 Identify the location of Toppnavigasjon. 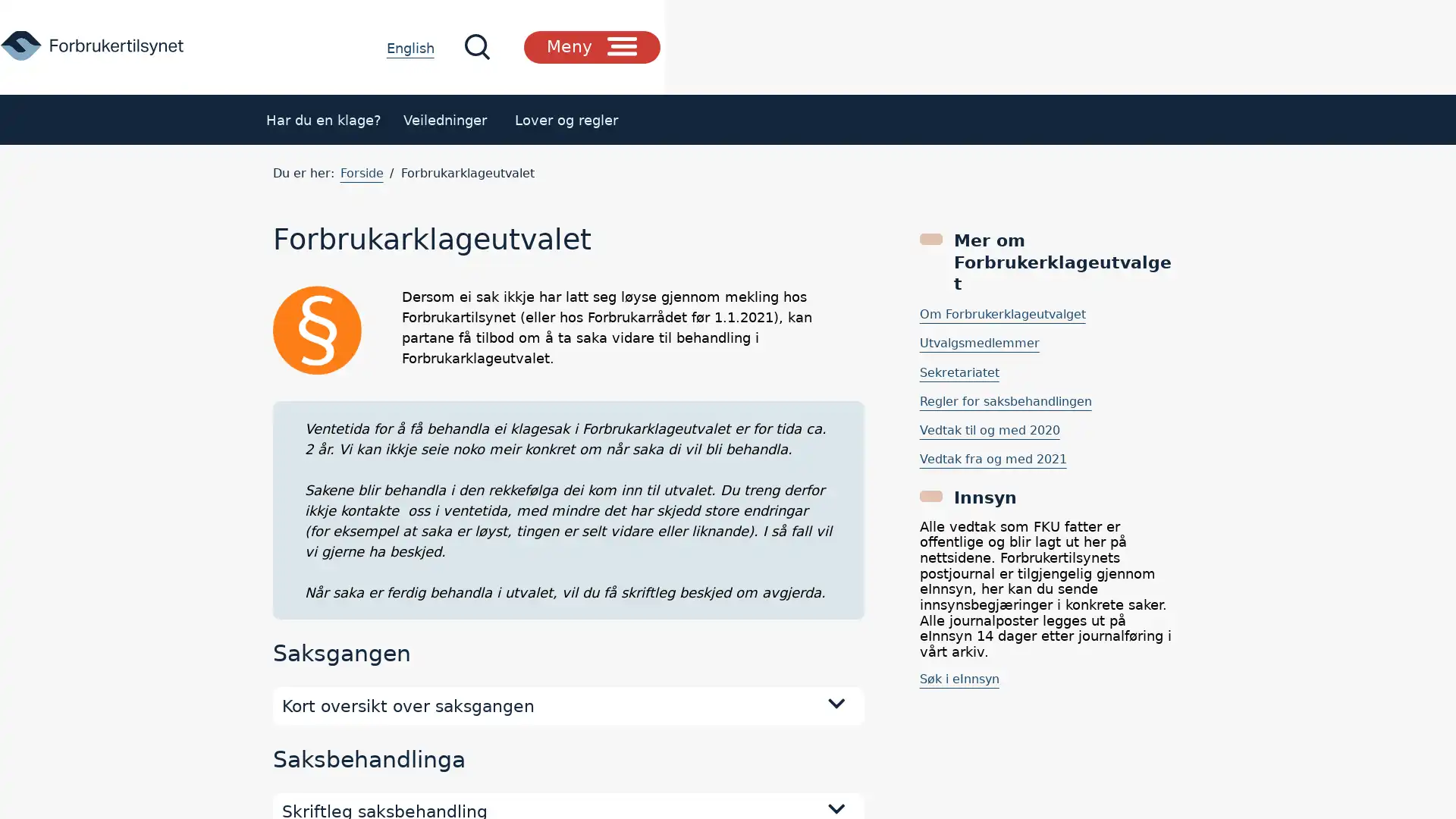
(1120, 45).